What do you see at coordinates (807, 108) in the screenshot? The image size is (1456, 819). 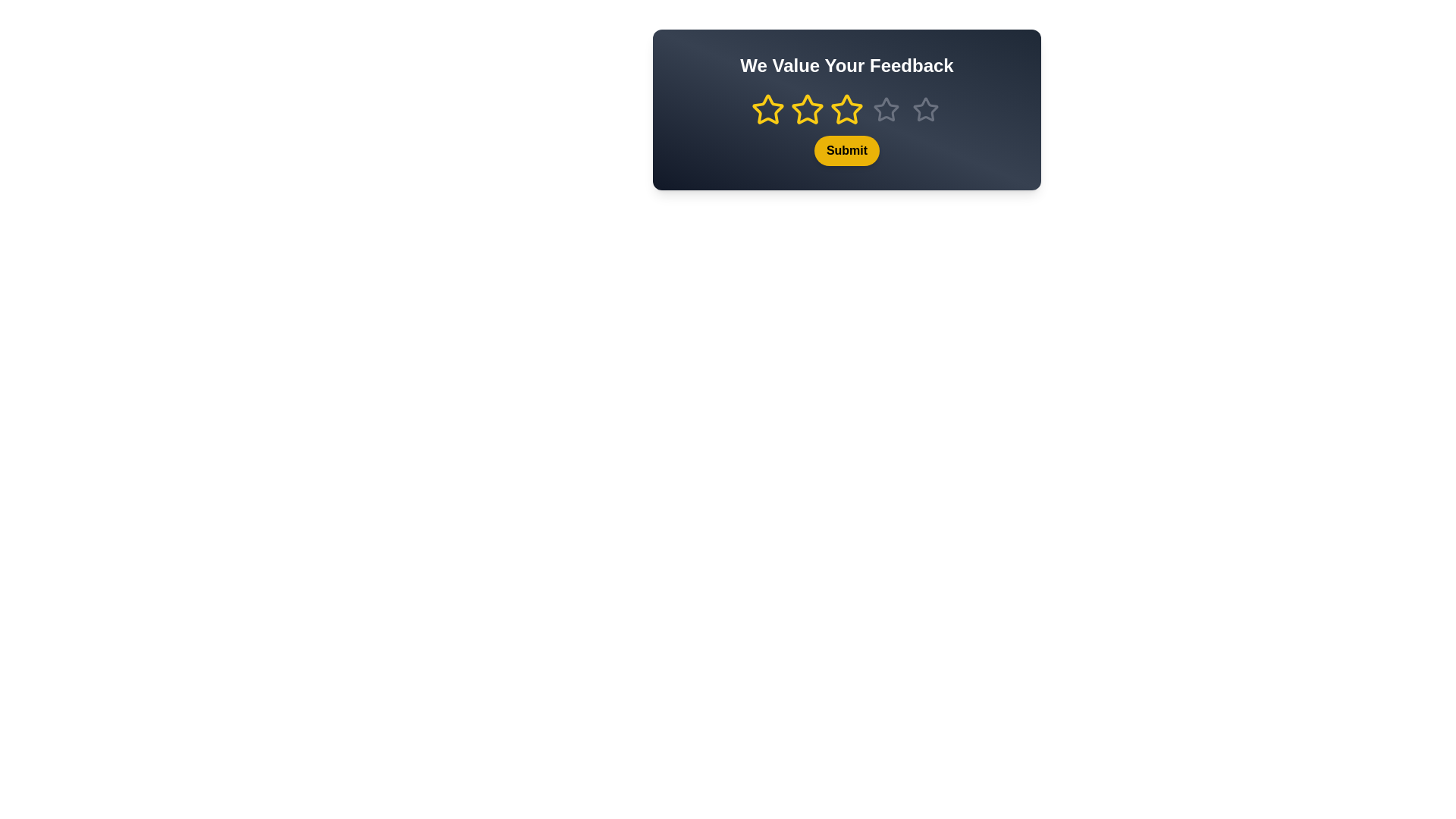 I see `the second yellow-outlined star icon in the horizontal row of five stars under the text 'We Value Your Feedback'` at bounding box center [807, 108].